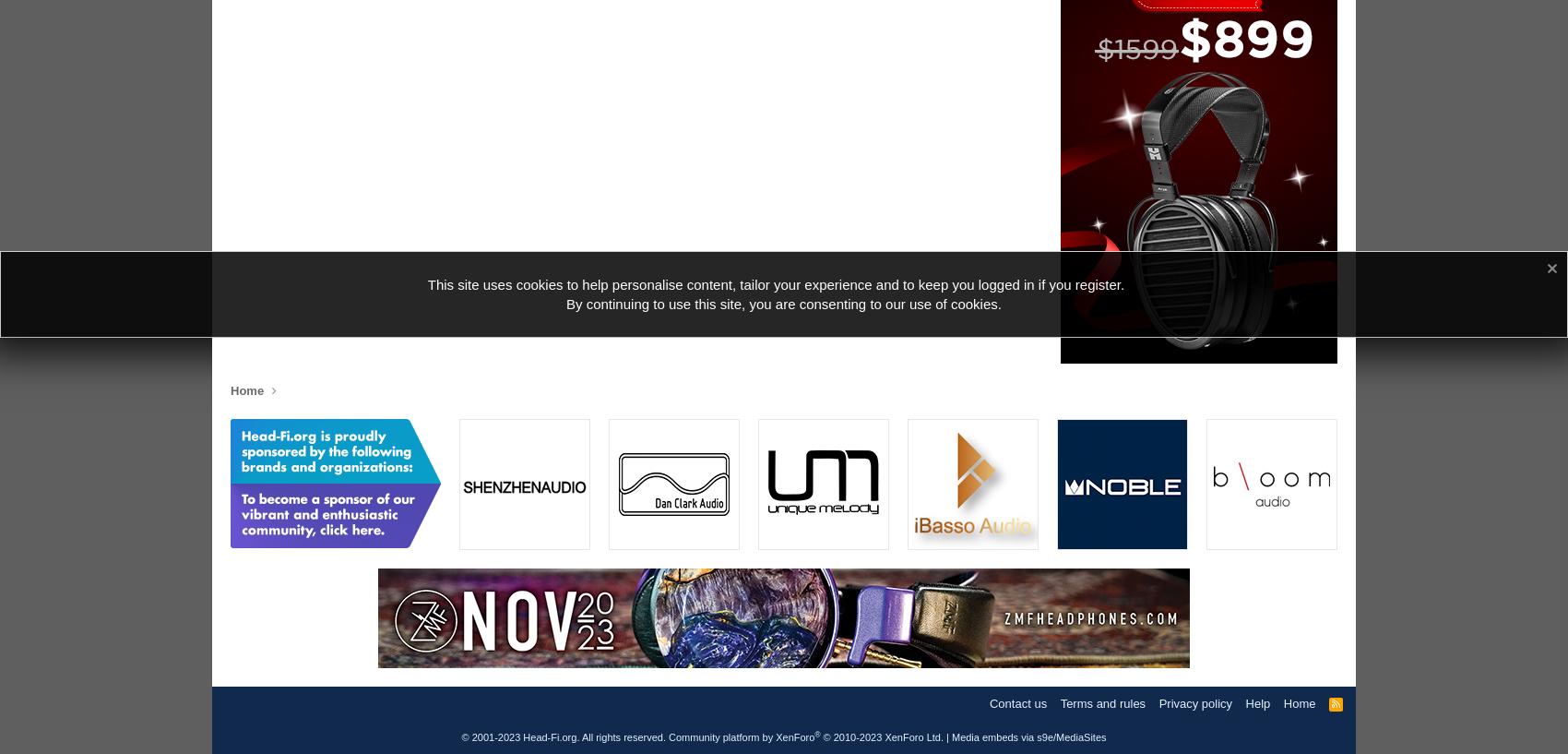 This screenshot has width=1568, height=754. Describe the element at coordinates (782, 303) in the screenshot. I see `'By continuing to use this site, you are consenting to our use of cookies.'` at that location.